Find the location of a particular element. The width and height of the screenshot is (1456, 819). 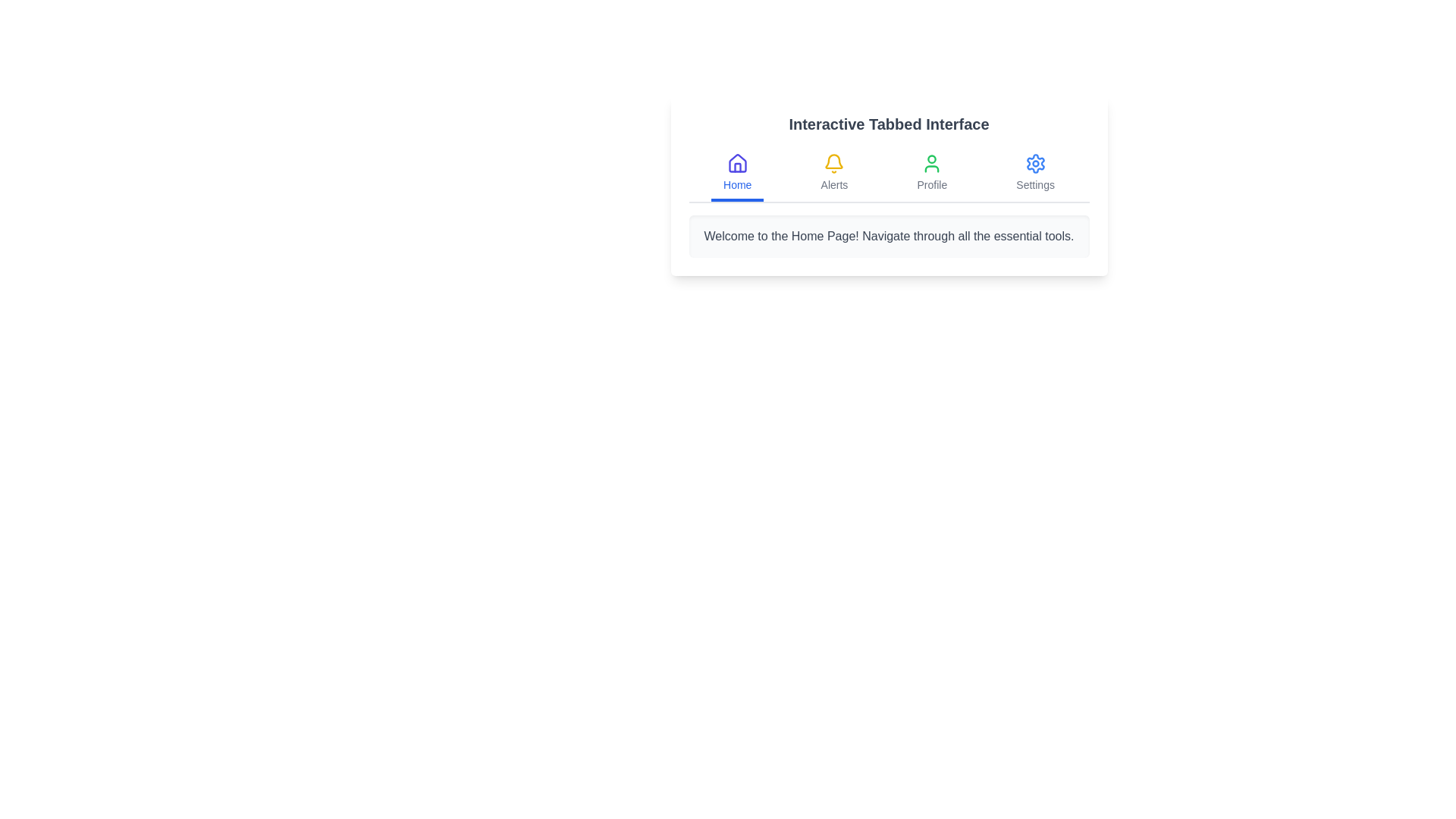

the Home tab to inspect its content is located at coordinates (736, 174).